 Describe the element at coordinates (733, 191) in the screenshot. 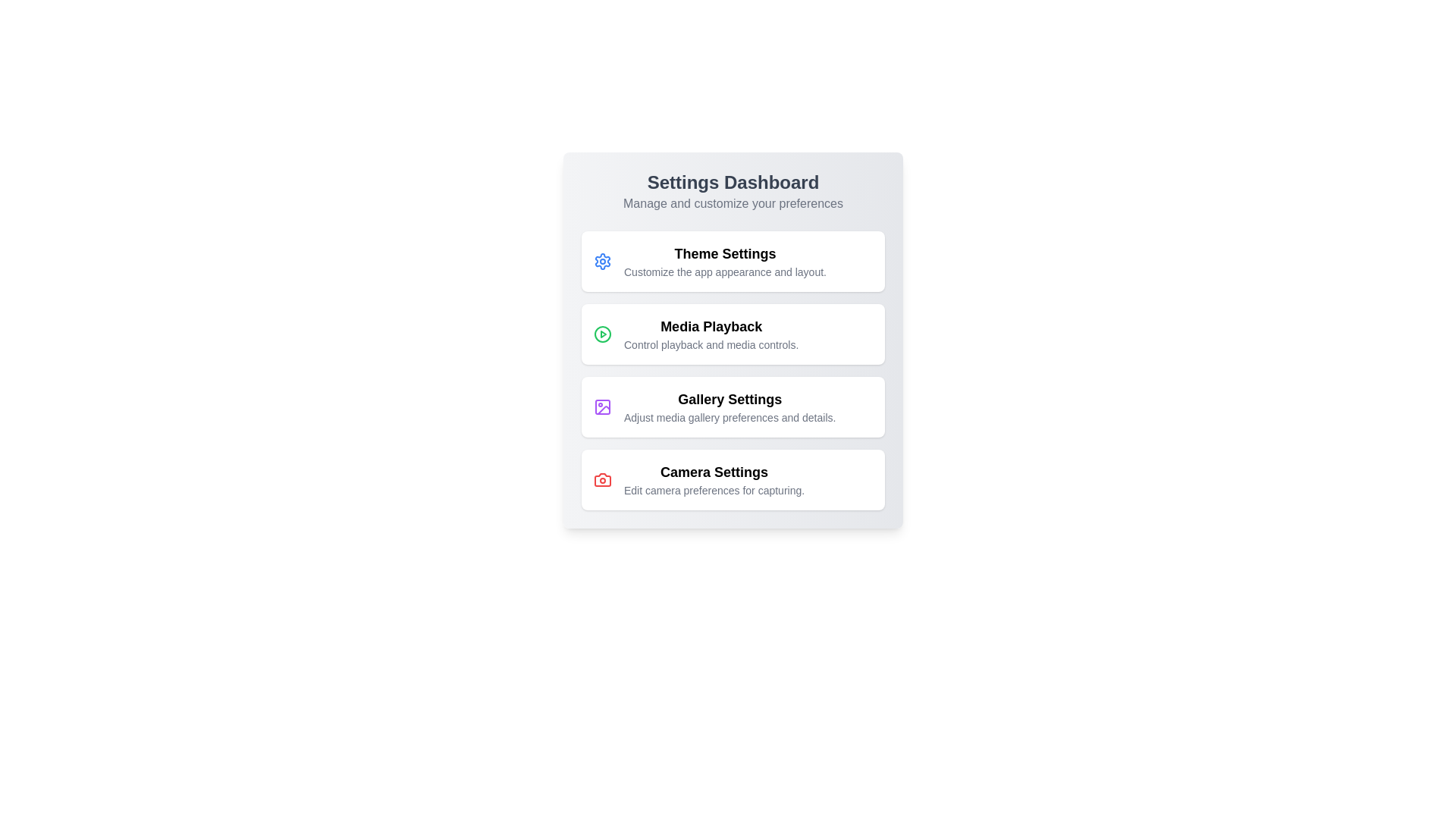

I see `the textual heading with subtitle at the top of the settings dashboard card, which provides an overview of its purpose` at that location.